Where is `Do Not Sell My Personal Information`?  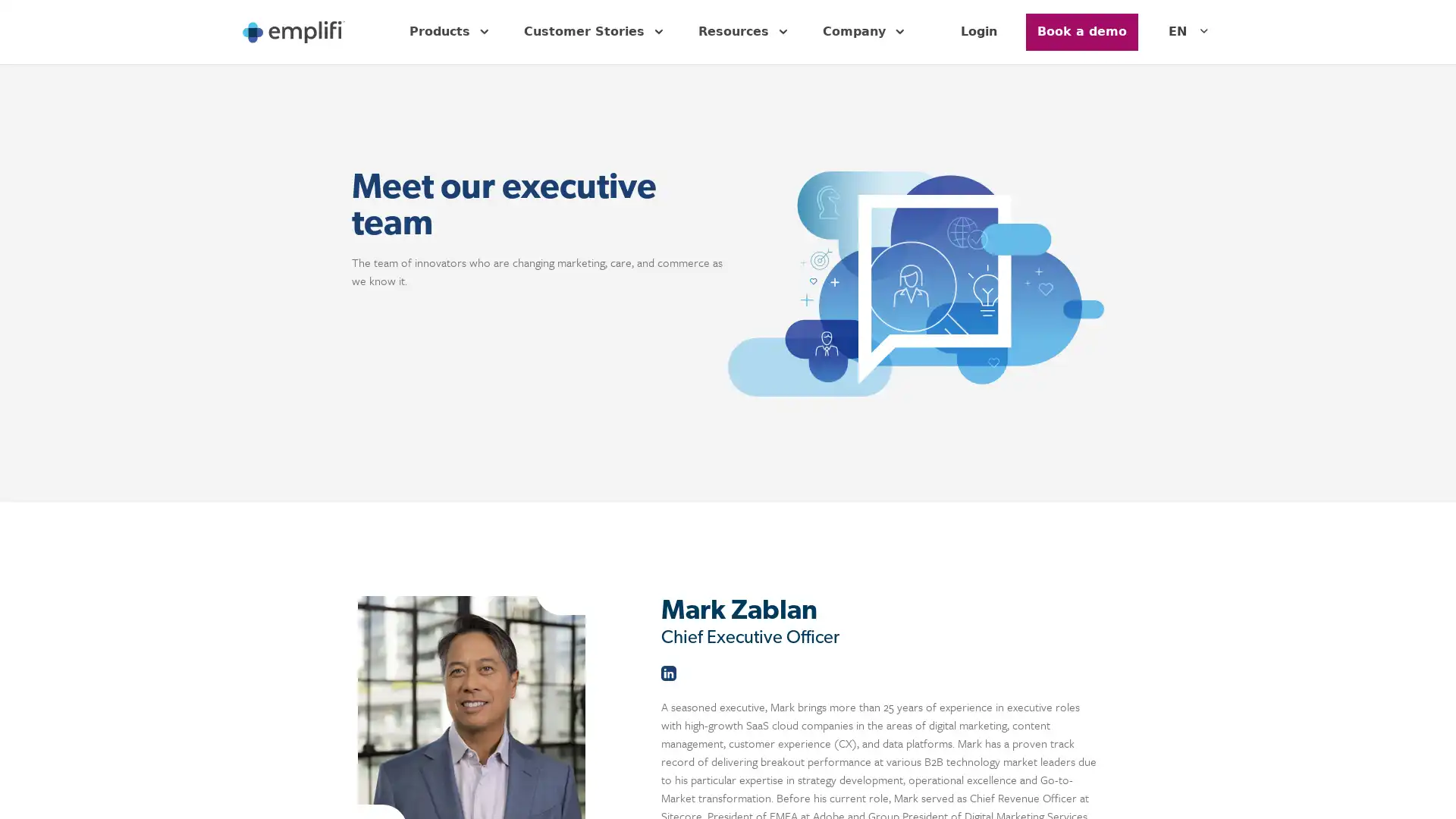 Do Not Sell My Personal Information is located at coordinates (1062, 786).